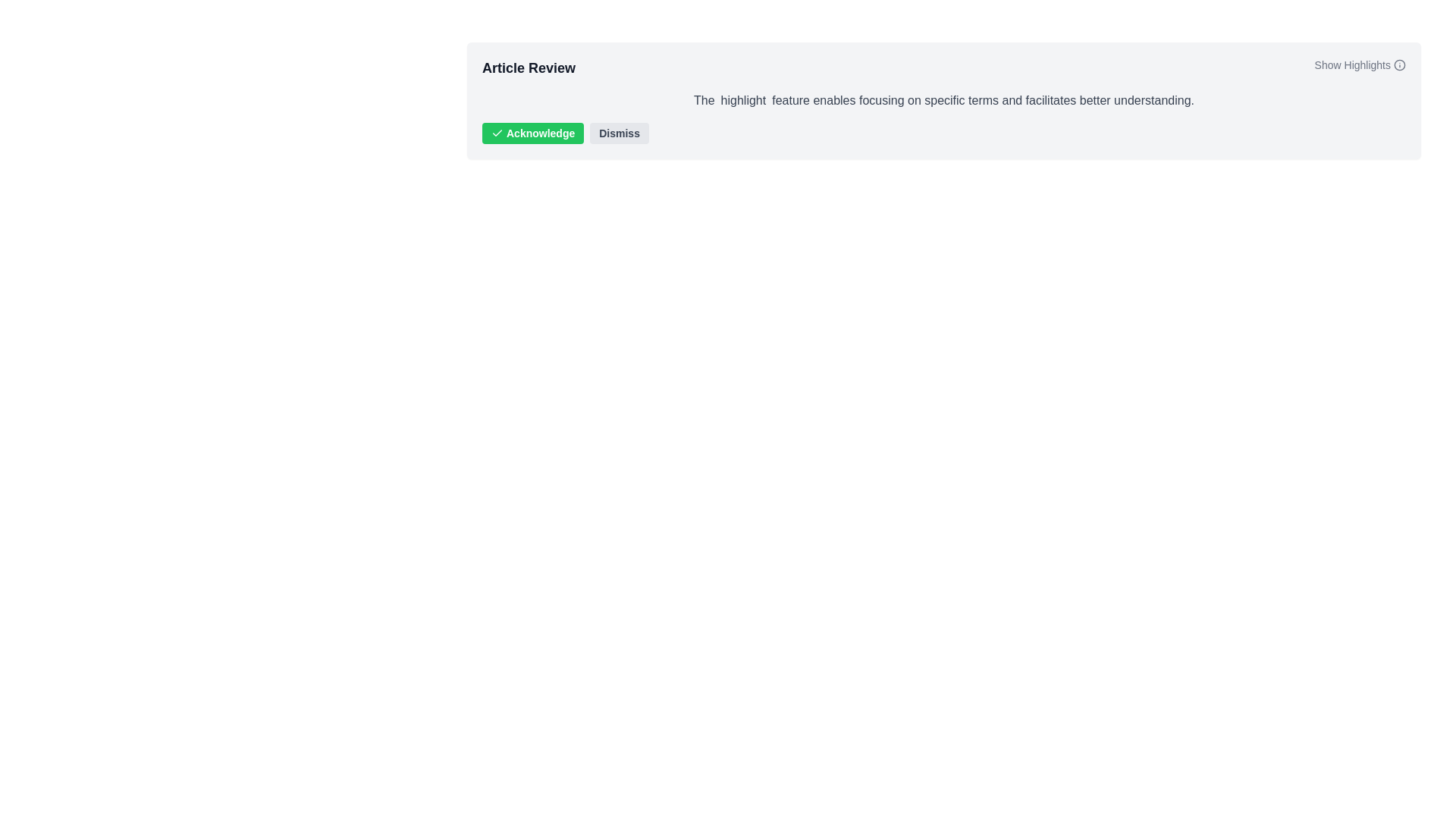 The width and height of the screenshot is (1456, 819). Describe the element at coordinates (1360, 64) in the screenshot. I see `the 'Show Highlights' link located at the far right of the 'Article Review' section header` at that location.